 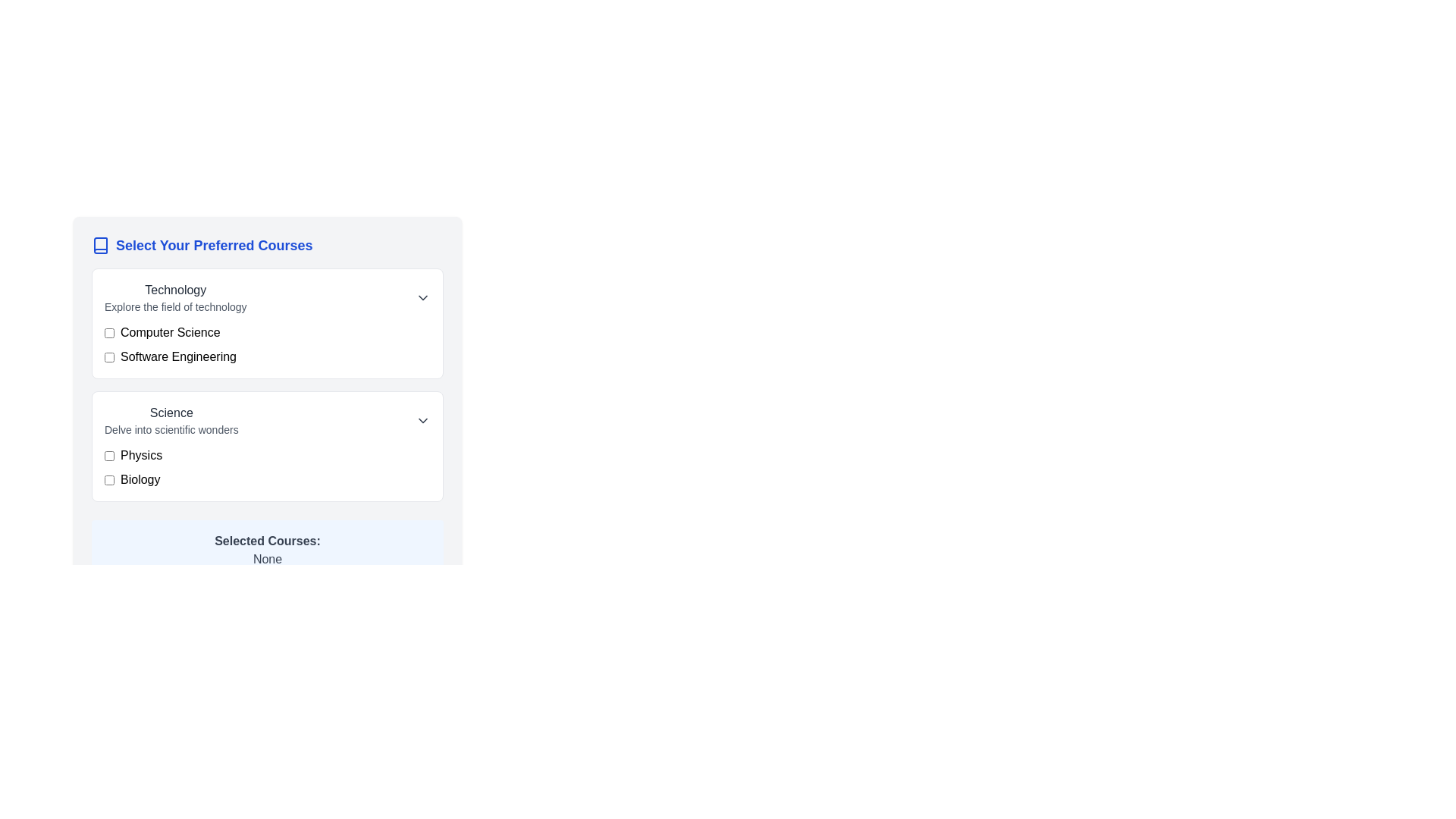 I want to click on the checkbox for 'Software Engineering', so click(x=108, y=356).